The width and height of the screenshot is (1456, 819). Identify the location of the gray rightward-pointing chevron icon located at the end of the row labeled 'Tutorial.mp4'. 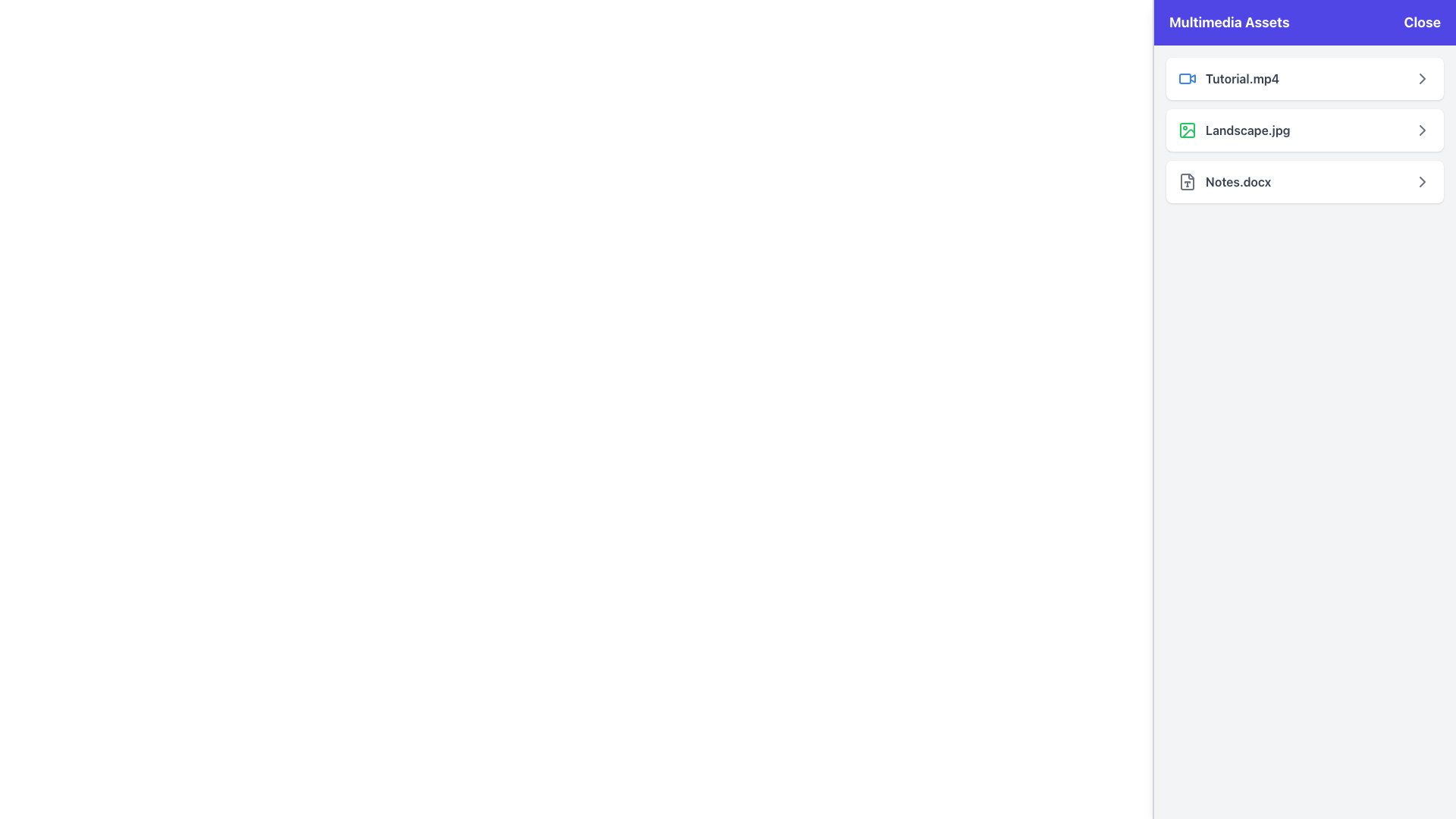
(1422, 79).